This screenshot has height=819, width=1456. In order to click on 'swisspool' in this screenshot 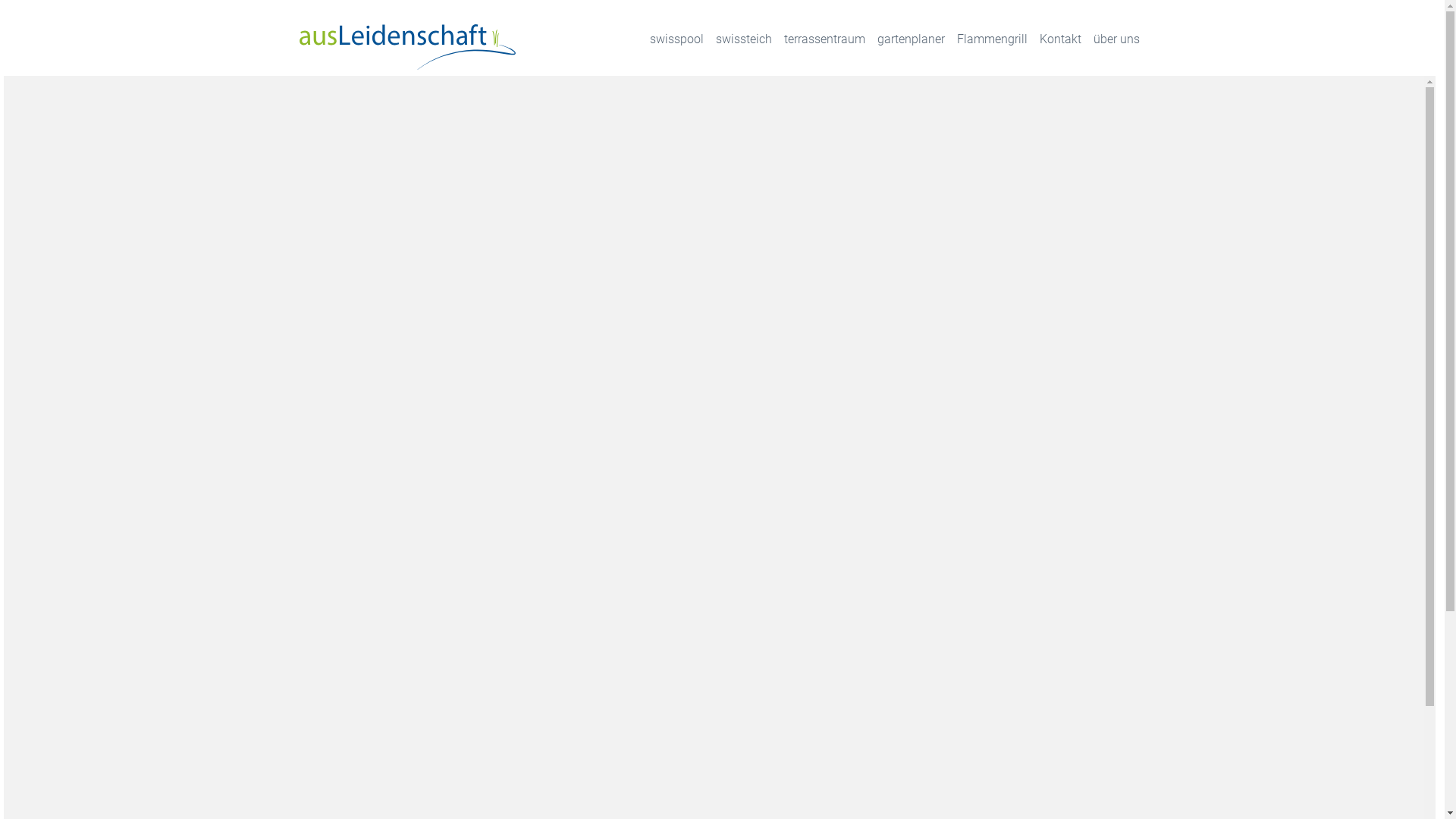, I will do `click(675, 38)`.